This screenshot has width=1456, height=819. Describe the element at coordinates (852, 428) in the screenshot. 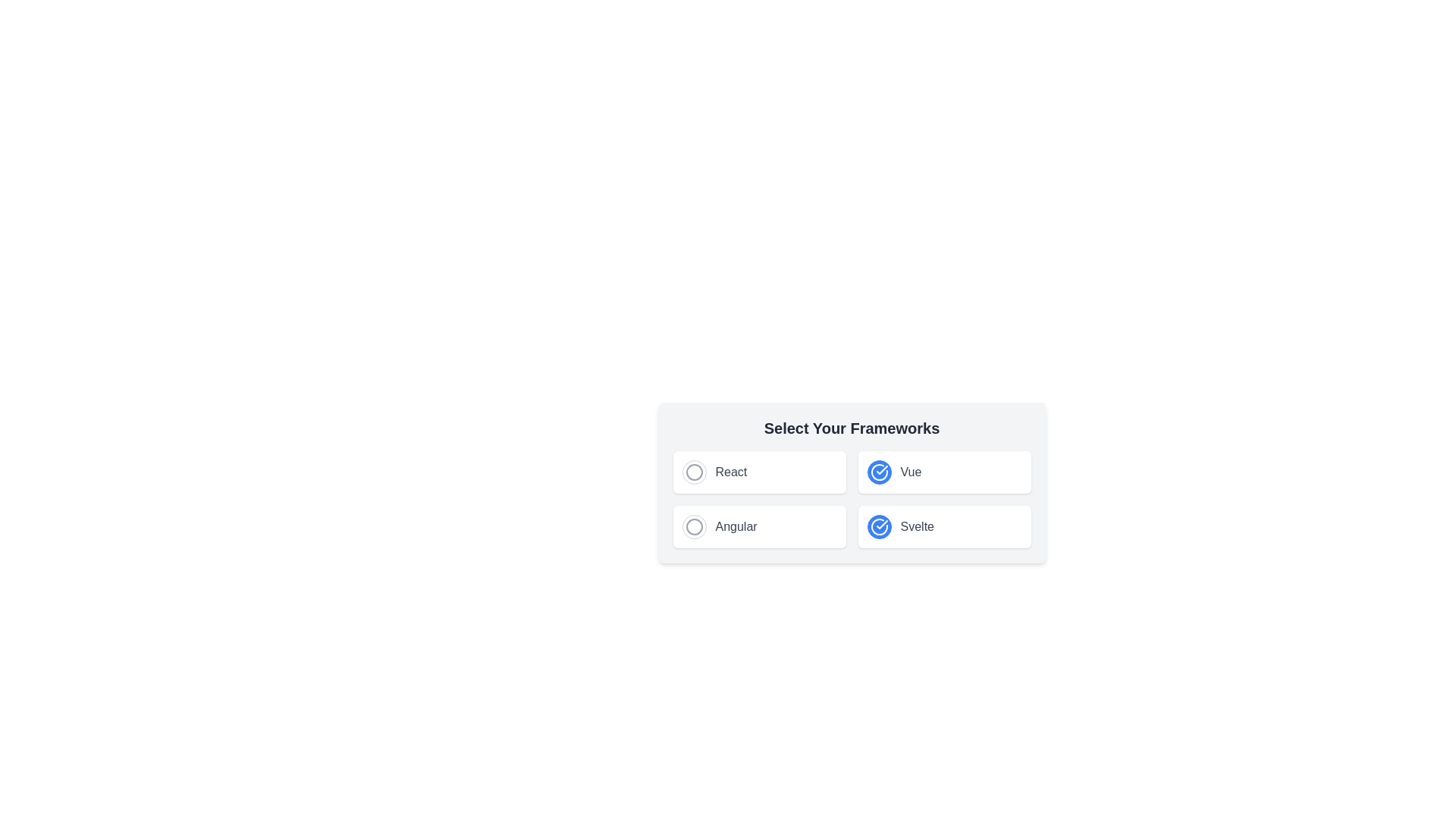

I see `the Text label that serves as a heading for the section, located above the grid layout of selectable options` at that location.